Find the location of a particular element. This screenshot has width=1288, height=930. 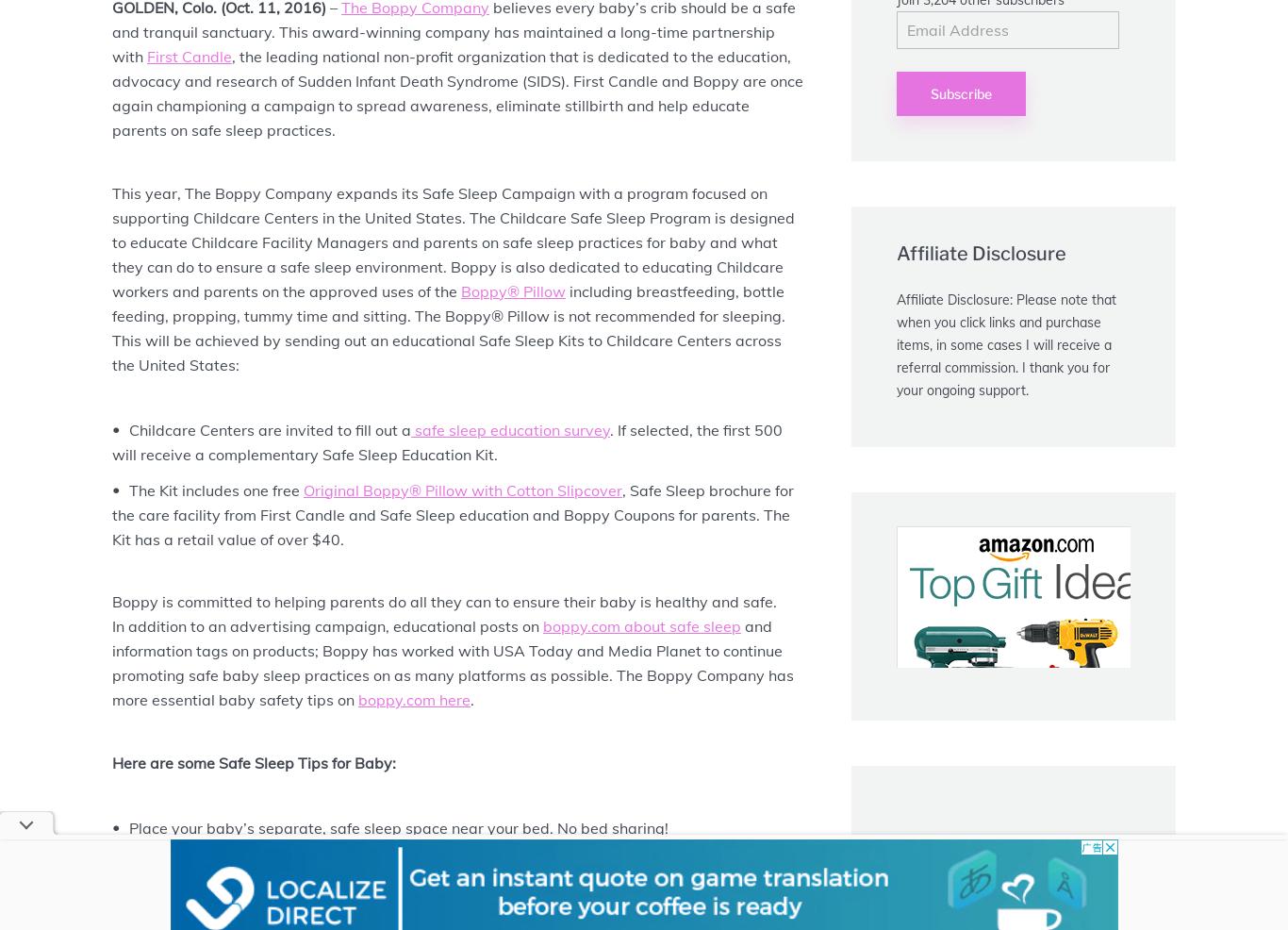

'This year, The Boppy Company expands its Safe Sleep Campaign with a program focused on supporting Childcare Centers in the United States. The Childcare Safe Sleep Program is designed to educate Childcare Facility Managers and parents on safe sleep practices for baby and what they can do to ensure a safe sleep environment. Boppy is also dedicated to educating Childcare workers and parents on the approved uses of the' is located at coordinates (453, 241).